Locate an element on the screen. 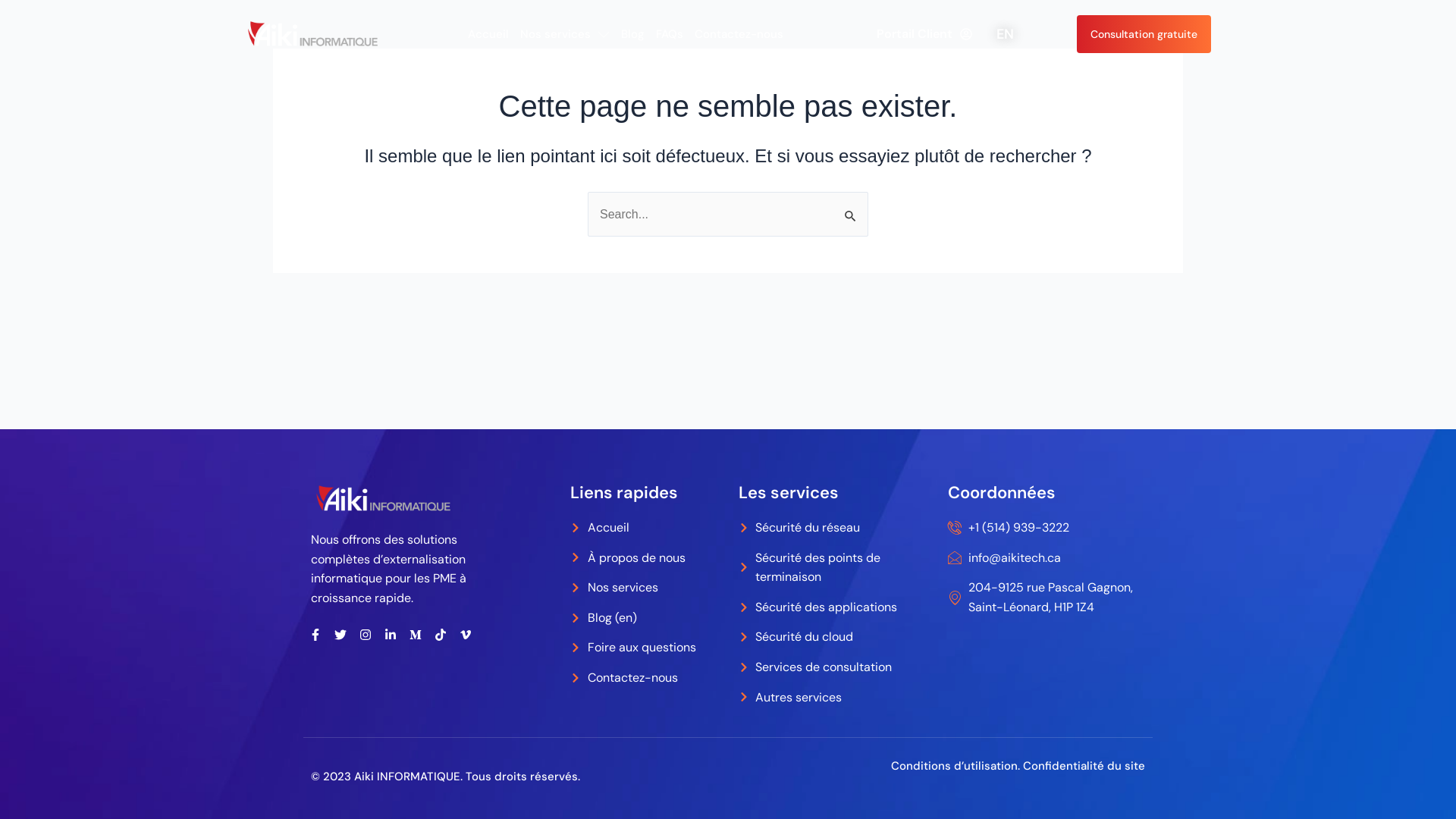  'Nos services' is located at coordinates (647, 587).